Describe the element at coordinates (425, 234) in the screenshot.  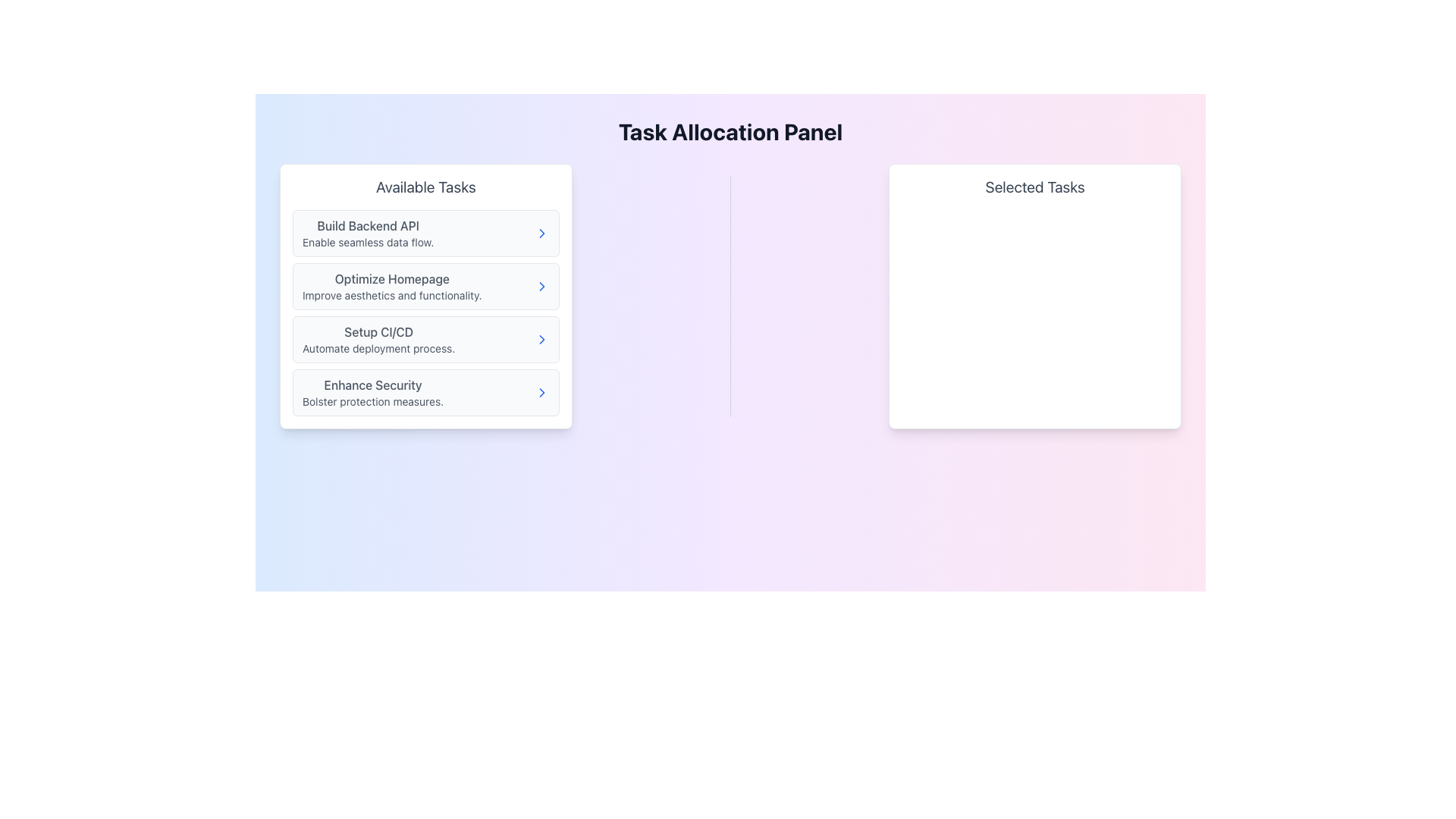
I see `the first list item labeled 'Build Backend API' within the 'Available Tasks' card for navigation purposes` at that location.